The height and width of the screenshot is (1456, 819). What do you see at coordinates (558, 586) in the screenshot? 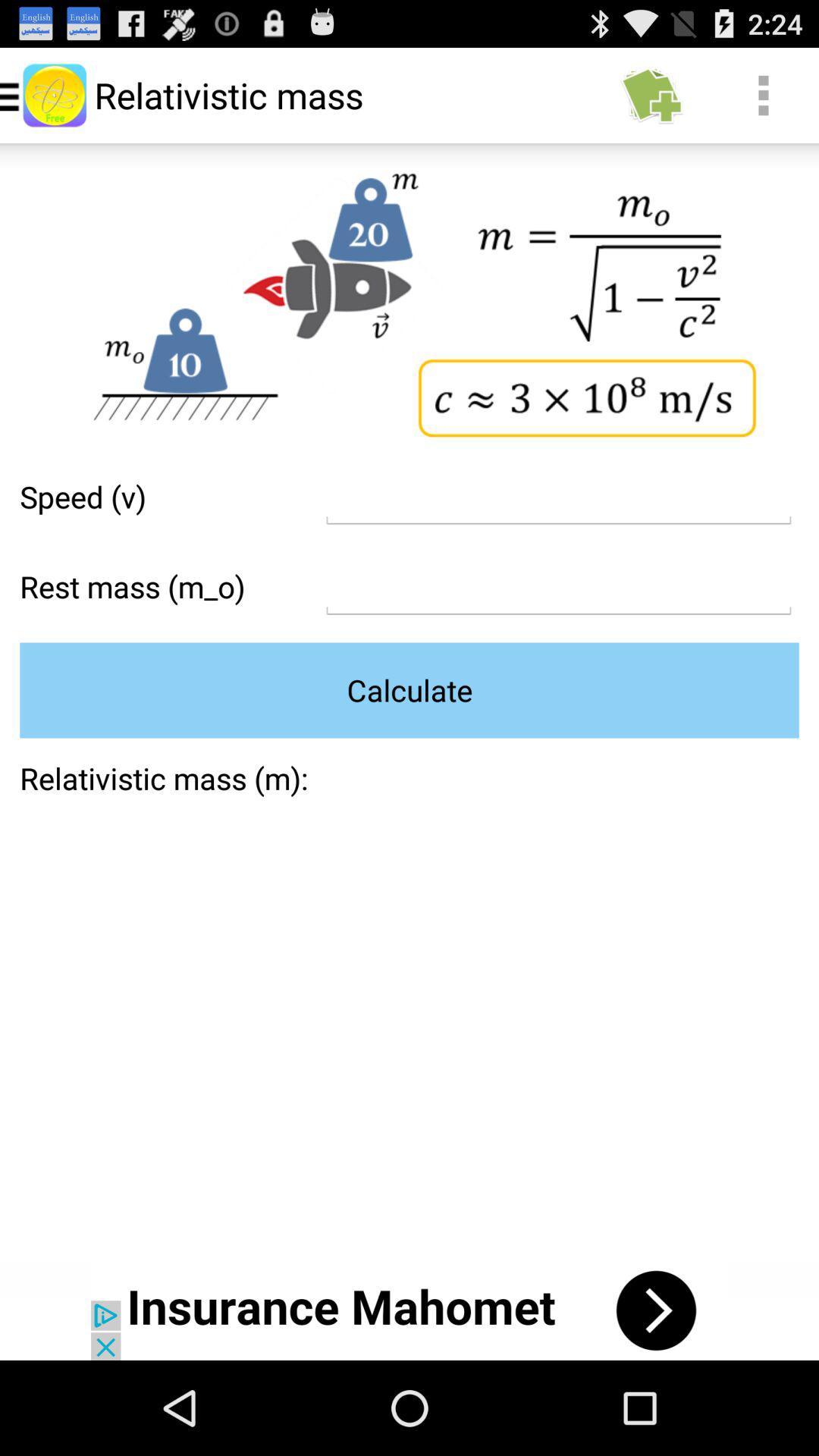
I see `formula page` at bounding box center [558, 586].